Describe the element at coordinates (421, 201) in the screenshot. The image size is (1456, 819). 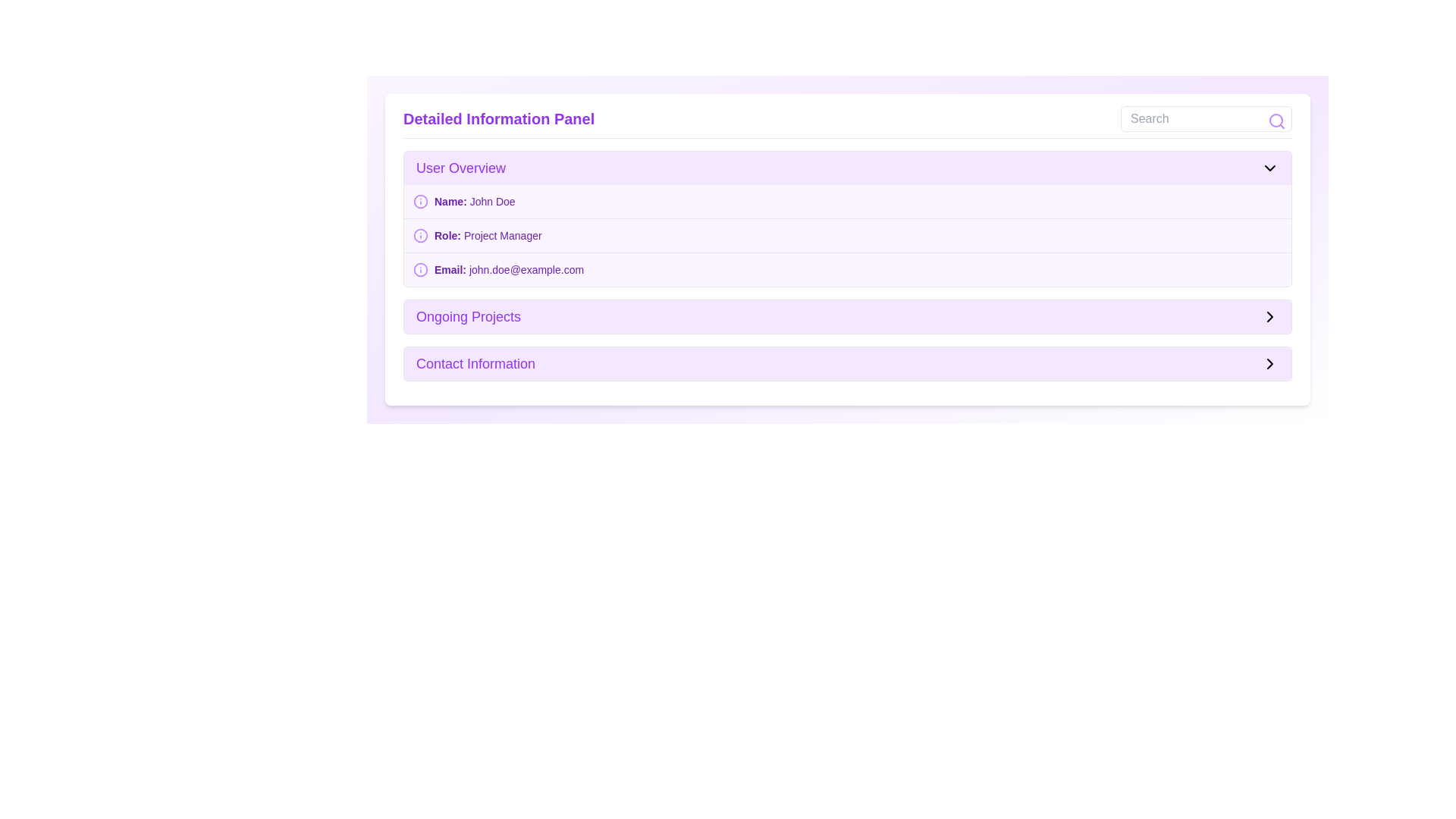
I see `decorative Graphical Circle associated with the 'Name: John Doe' label in the 'User Overview' section of the 'Detailed Information Panel' using developer tools` at that location.